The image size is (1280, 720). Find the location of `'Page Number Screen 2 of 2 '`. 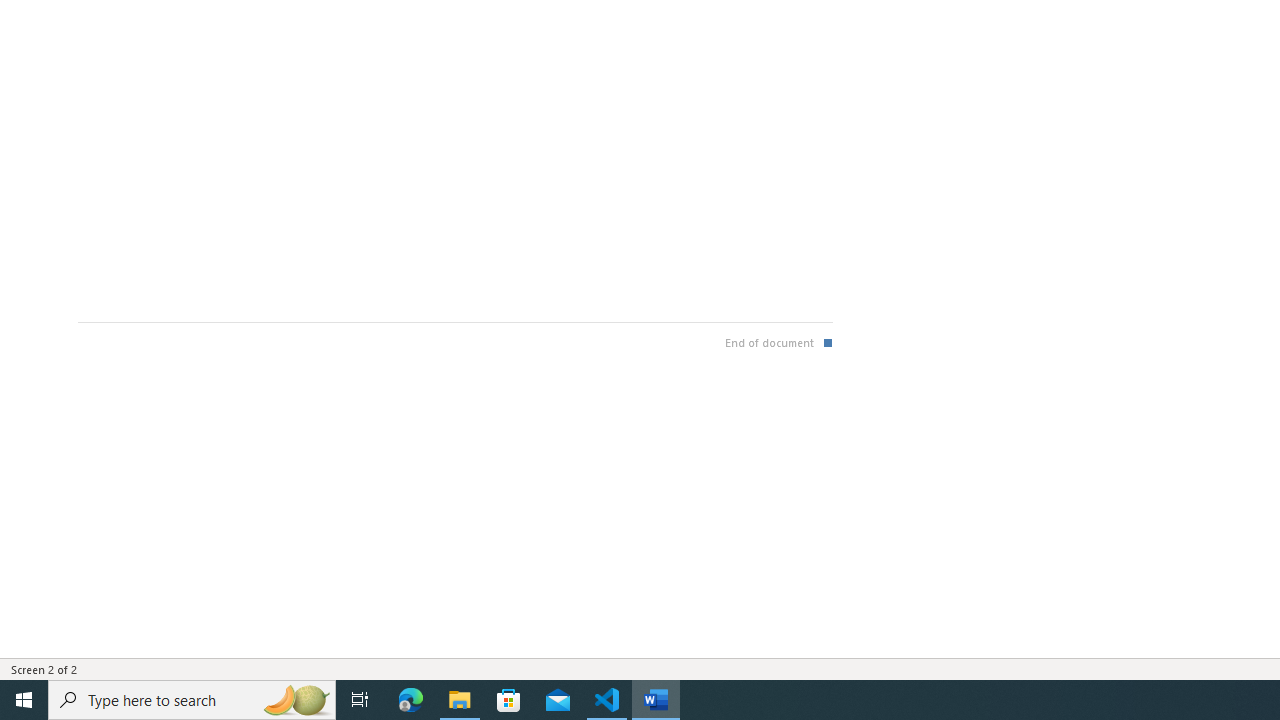

'Page Number Screen 2 of 2 ' is located at coordinates (44, 669).